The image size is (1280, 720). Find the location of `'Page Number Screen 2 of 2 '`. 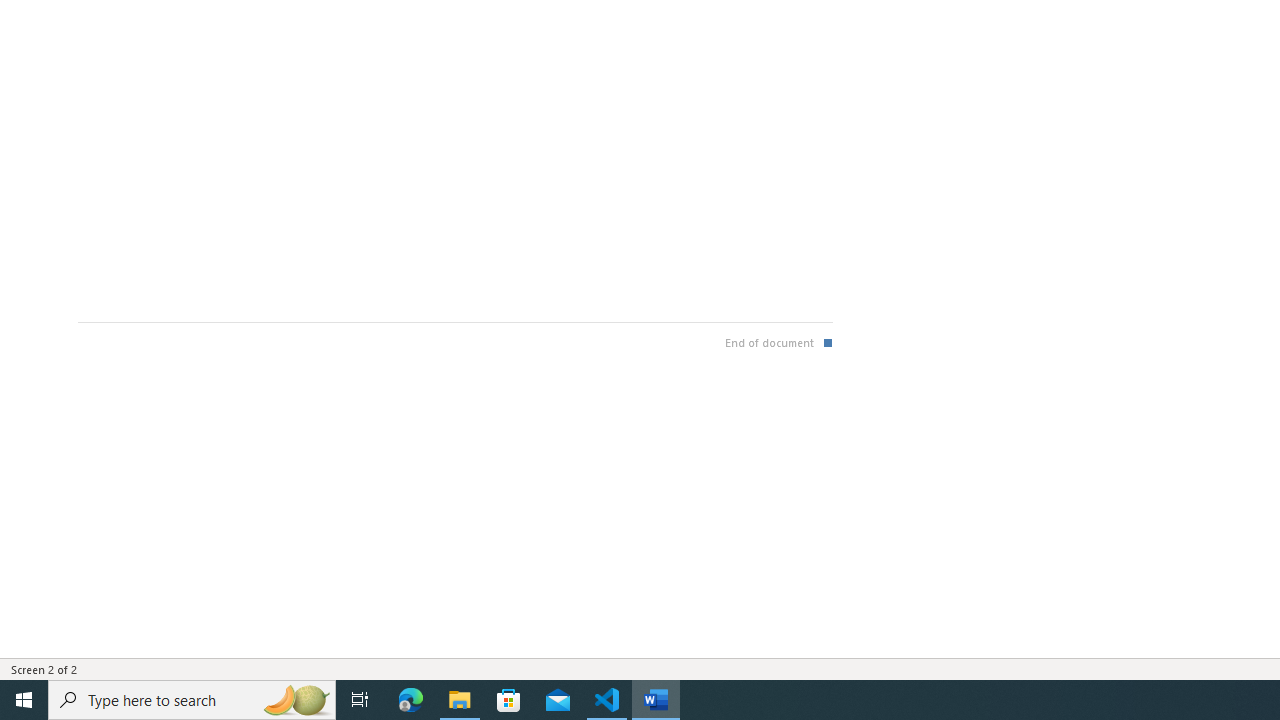

'Page Number Screen 2 of 2 ' is located at coordinates (44, 669).